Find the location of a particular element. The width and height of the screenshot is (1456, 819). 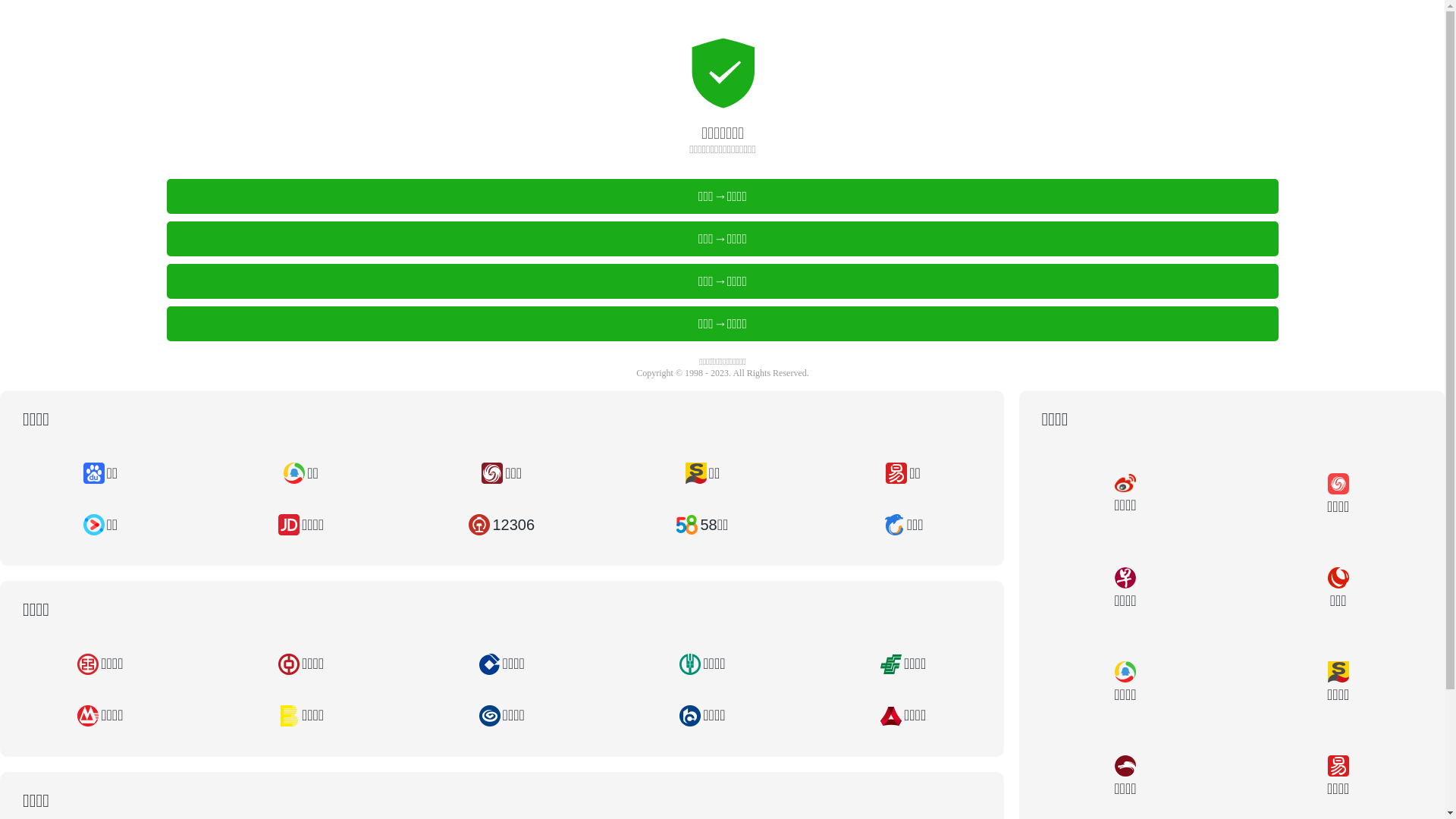

'12306' is located at coordinates (501, 523).